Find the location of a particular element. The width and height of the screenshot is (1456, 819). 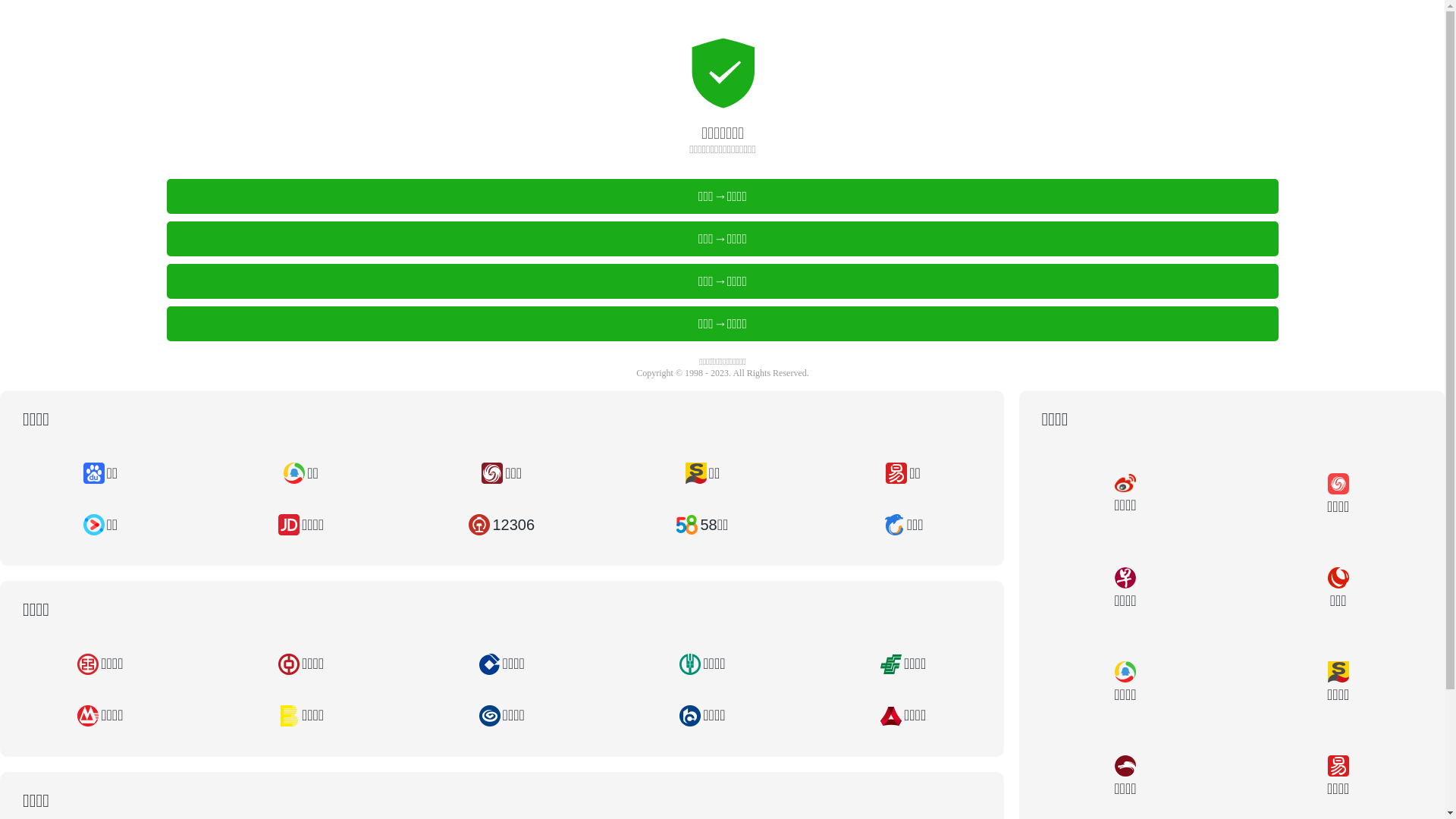

'12306' is located at coordinates (501, 523).